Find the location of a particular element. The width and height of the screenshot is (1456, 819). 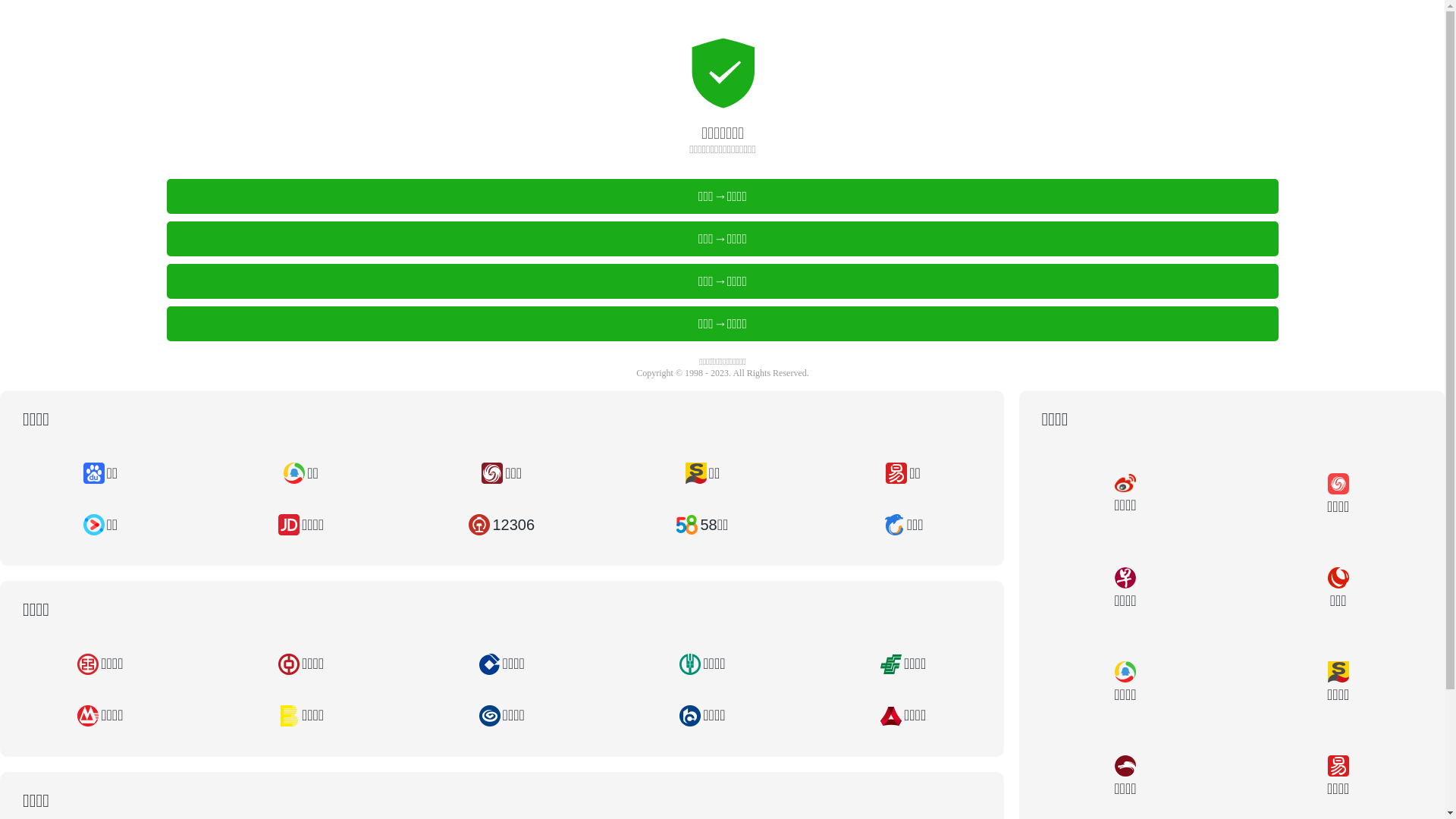

'12306' is located at coordinates (501, 523).